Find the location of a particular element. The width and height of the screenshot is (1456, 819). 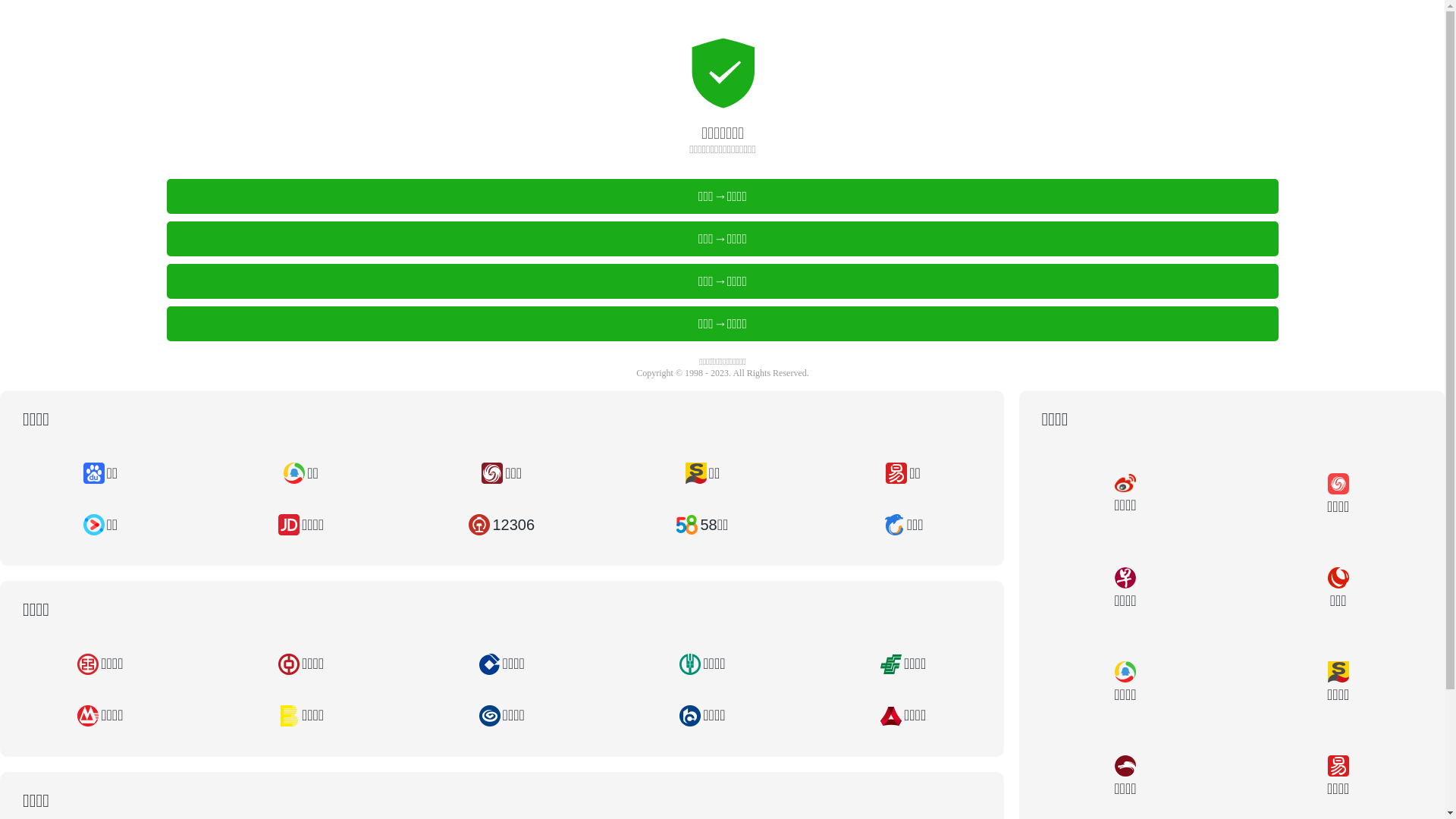

'12306' is located at coordinates (501, 523).